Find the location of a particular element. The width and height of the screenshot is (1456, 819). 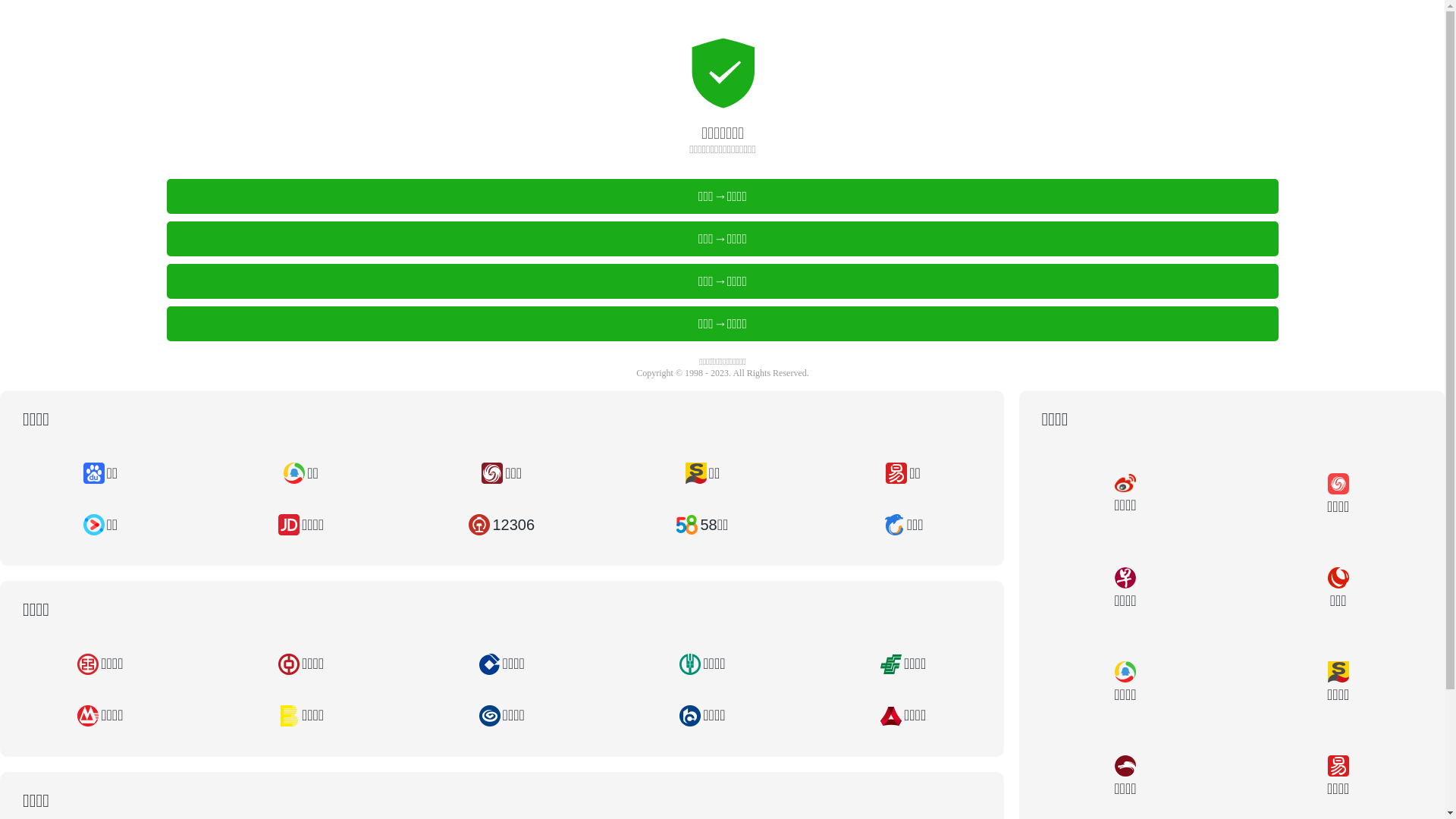

'12306' is located at coordinates (501, 523).